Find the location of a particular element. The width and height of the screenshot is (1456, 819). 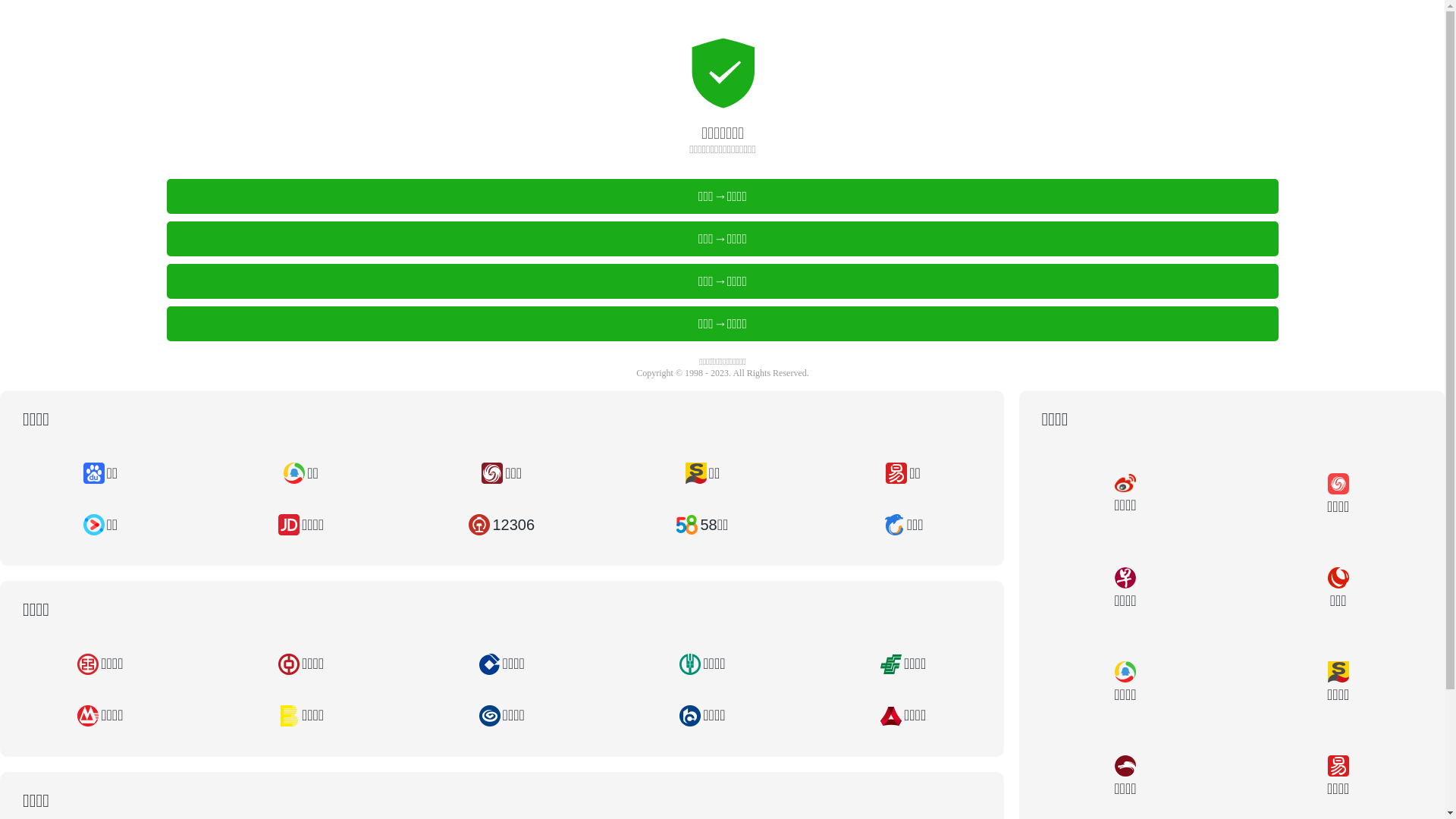

'12306' is located at coordinates (501, 523).